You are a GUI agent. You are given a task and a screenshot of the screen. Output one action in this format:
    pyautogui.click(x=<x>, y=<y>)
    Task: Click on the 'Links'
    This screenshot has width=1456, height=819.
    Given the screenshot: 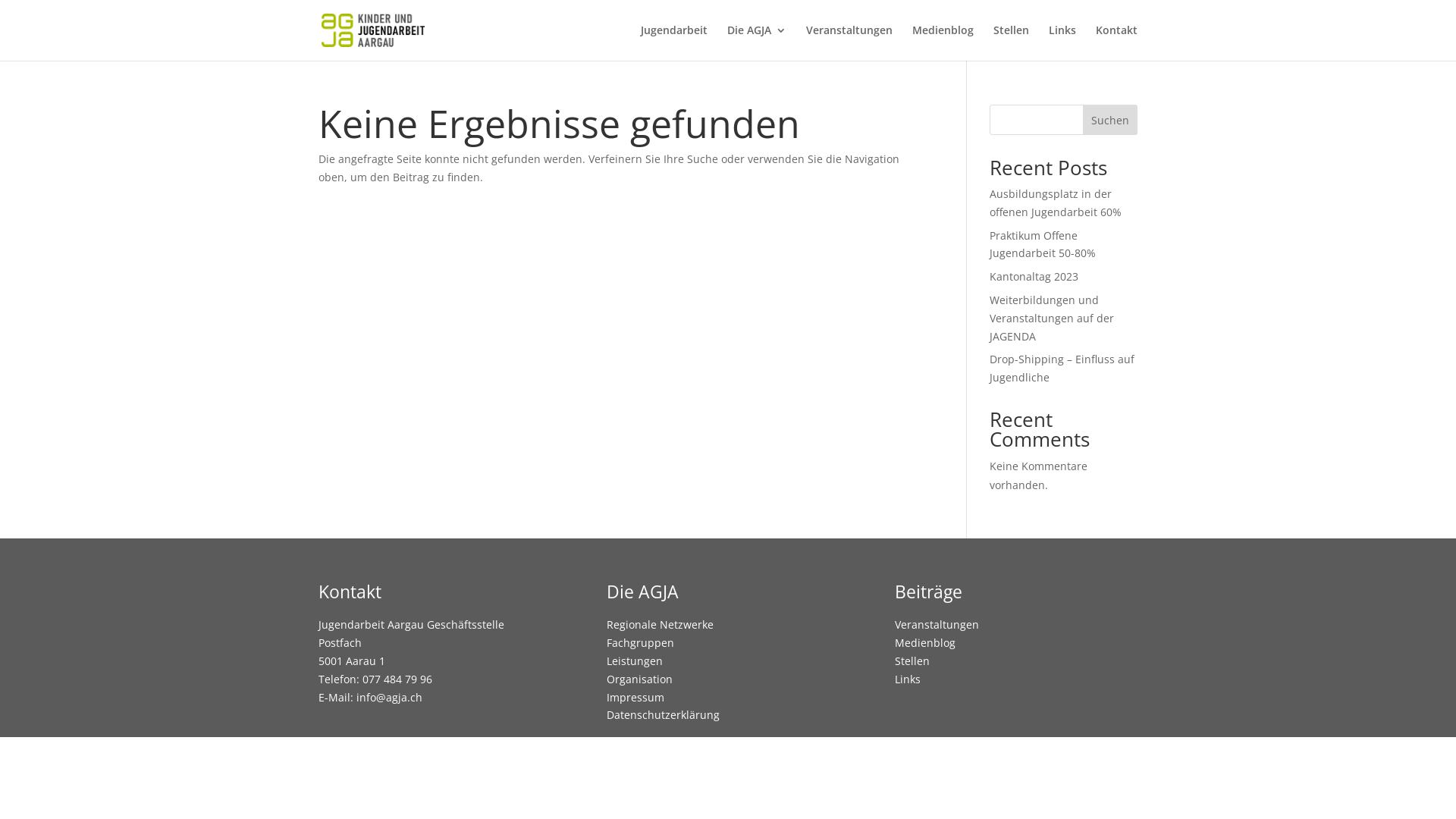 What is the action you would take?
    pyautogui.click(x=907, y=678)
    